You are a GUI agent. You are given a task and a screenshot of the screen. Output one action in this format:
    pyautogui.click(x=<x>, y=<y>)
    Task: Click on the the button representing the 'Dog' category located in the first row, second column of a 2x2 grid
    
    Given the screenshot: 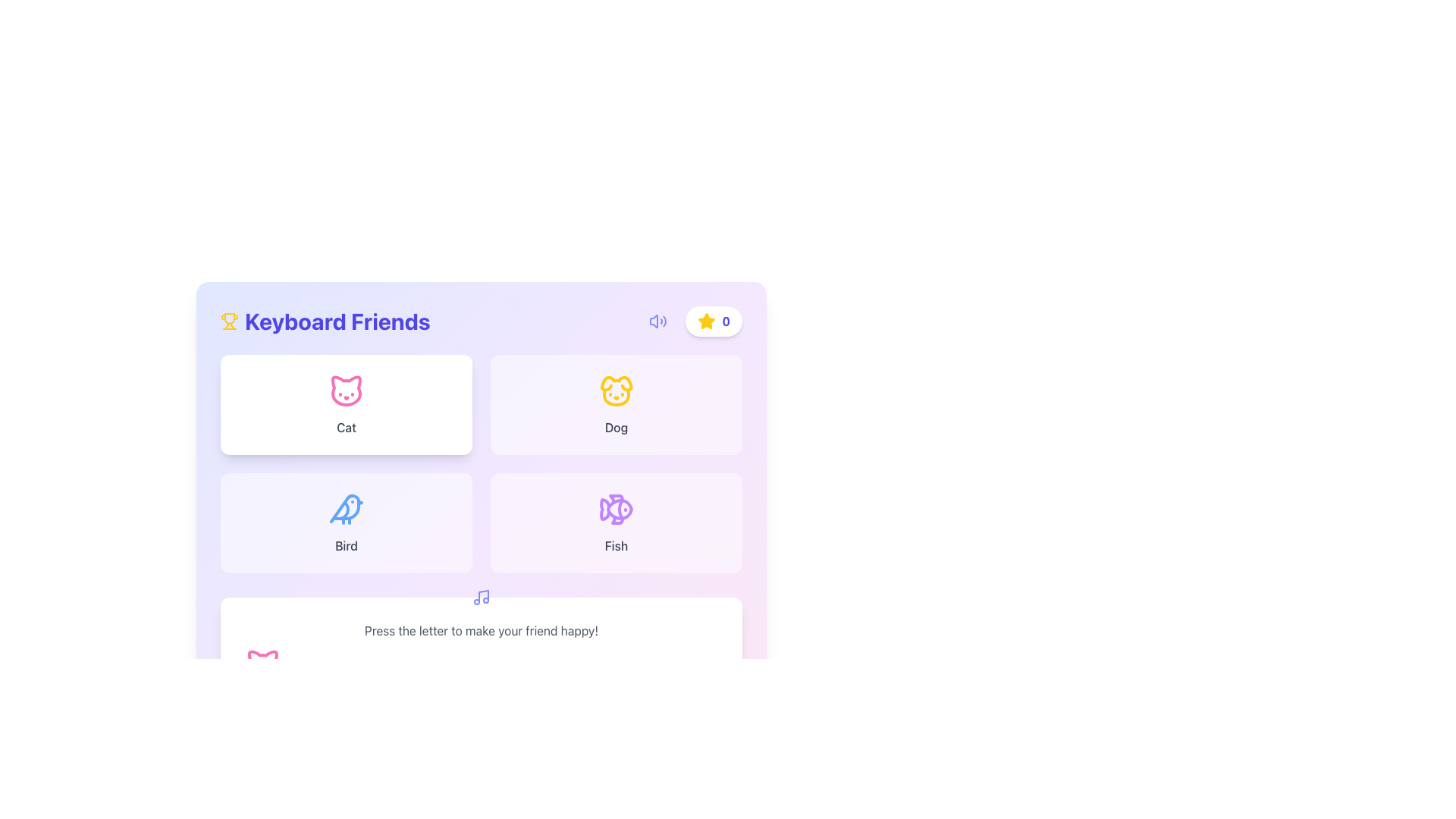 What is the action you would take?
    pyautogui.click(x=616, y=403)
    